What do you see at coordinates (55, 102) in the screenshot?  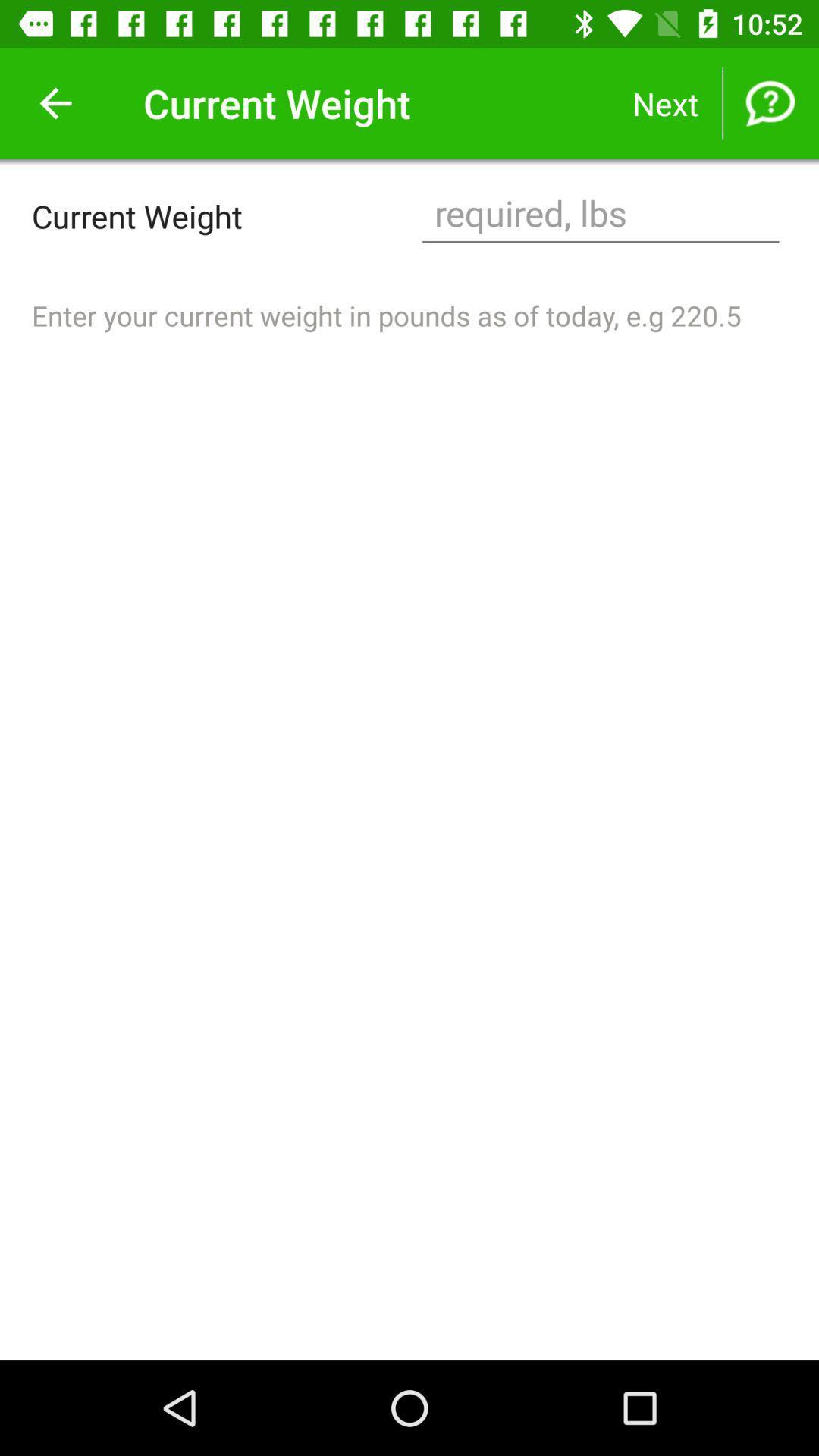 I see `the icon next to the current weight item` at bounding box center [55, 102].